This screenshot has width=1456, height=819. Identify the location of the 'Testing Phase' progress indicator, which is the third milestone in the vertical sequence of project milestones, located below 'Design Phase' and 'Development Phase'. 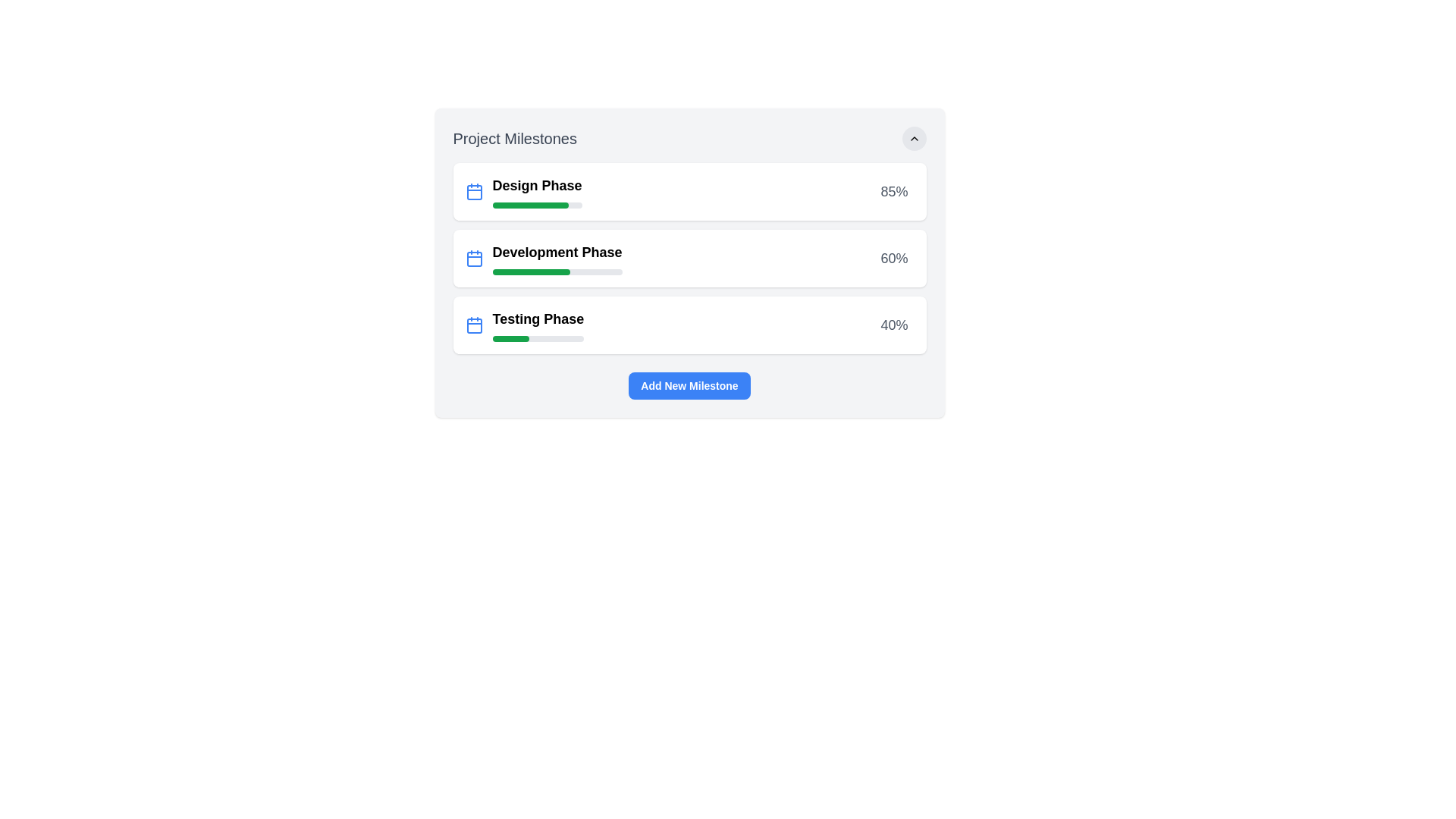
(538, 324).